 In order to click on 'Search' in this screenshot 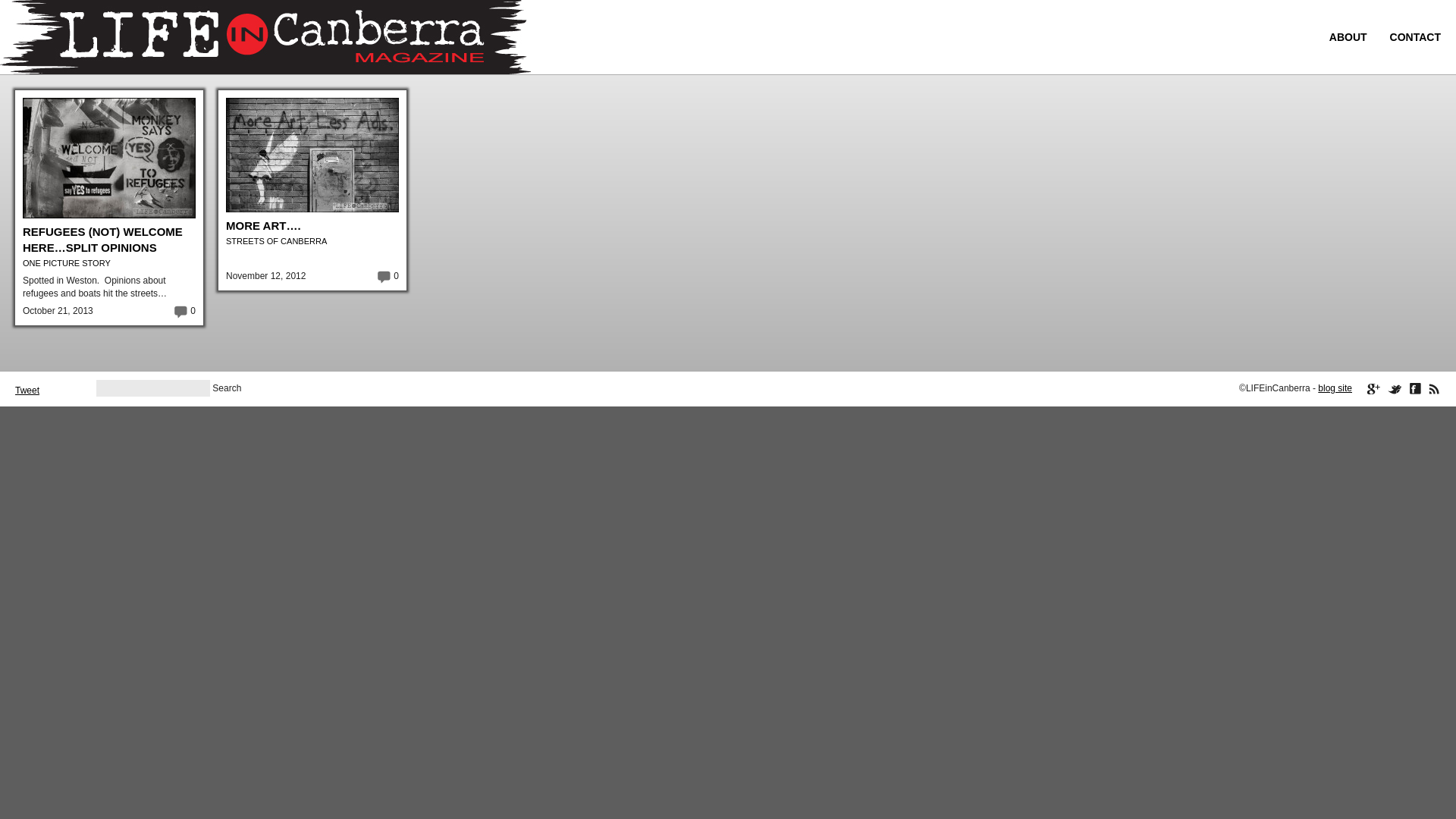, I will do `click(225, 388)`.